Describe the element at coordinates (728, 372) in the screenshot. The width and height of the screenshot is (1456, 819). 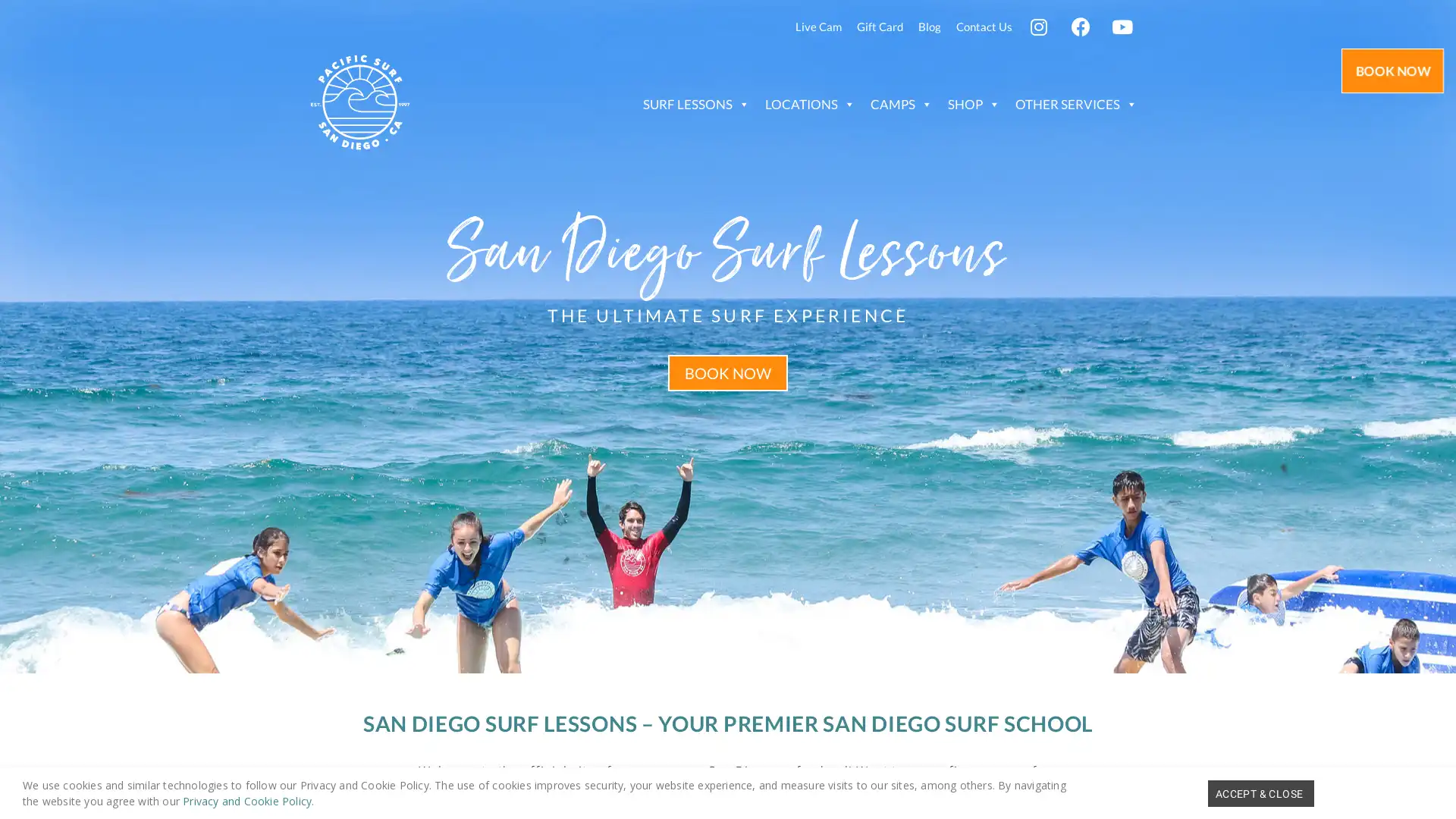
I see `BOOK NOW` at that location.